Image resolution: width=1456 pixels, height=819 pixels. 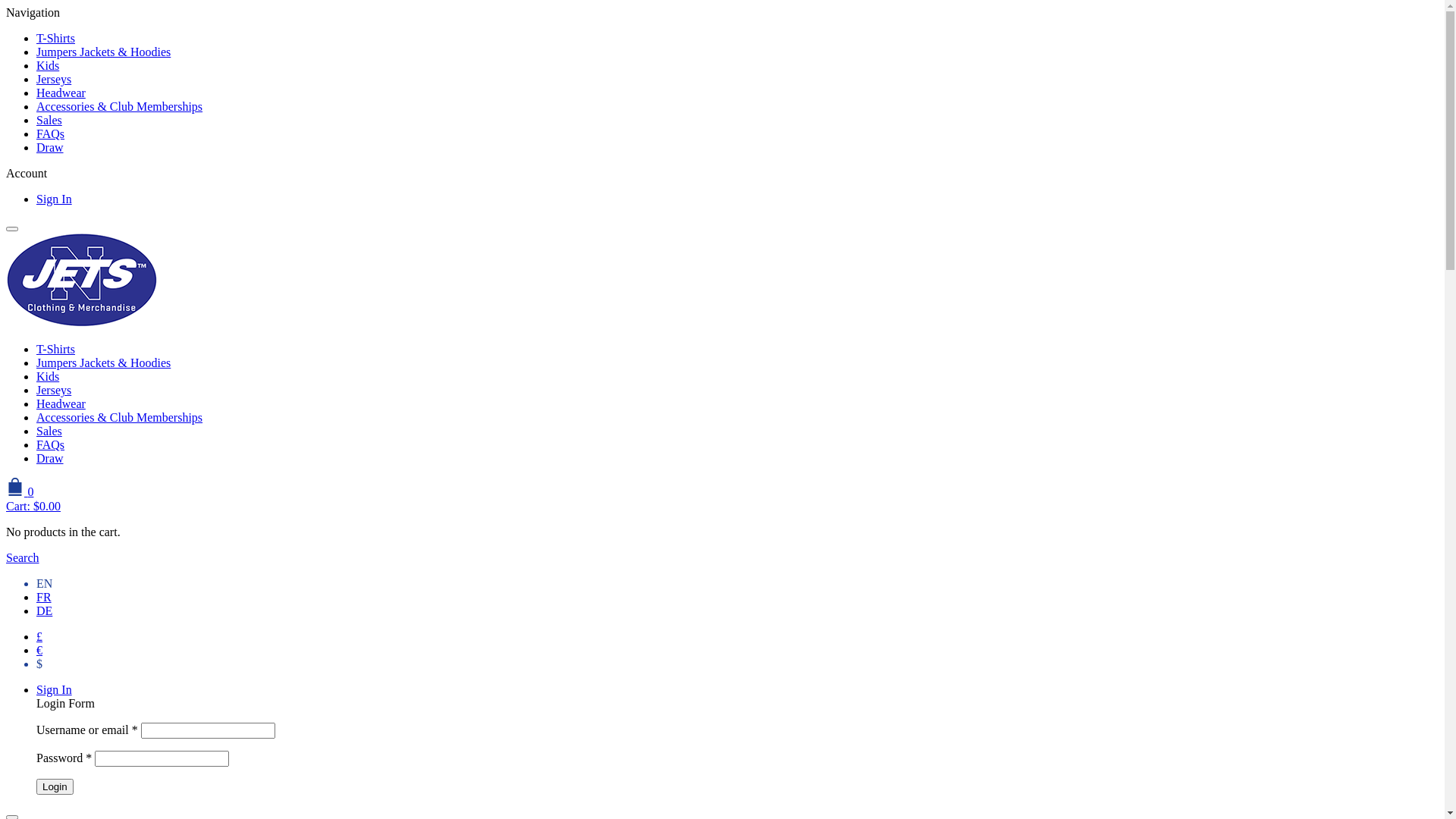 What do you see at coordinates (55, 37) in the screenshot?
I see `'T-Shirts'` at bounding box center [55, 37].